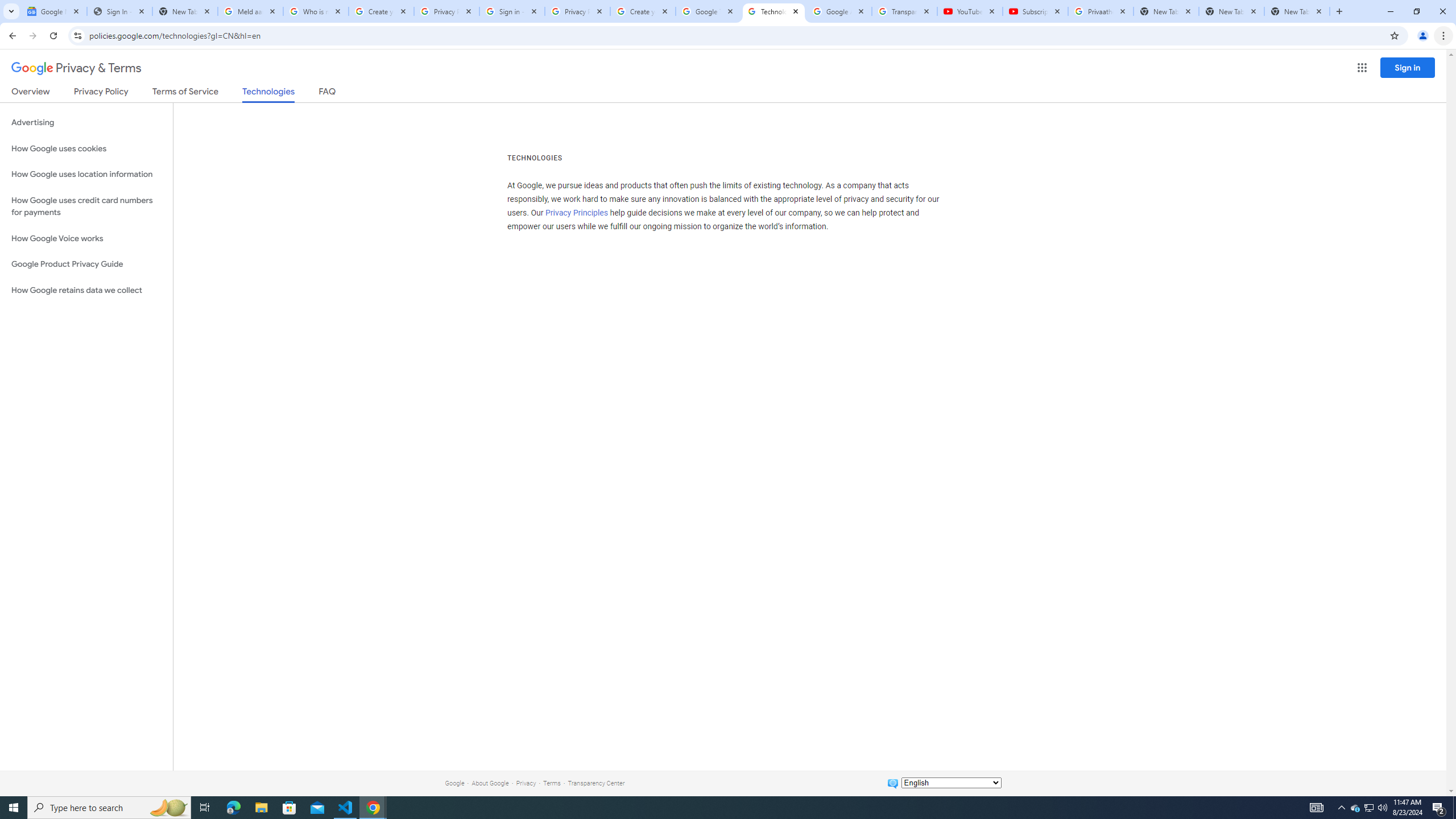 The height and width of the screenshot is (819, 1456). Describe the element at coordinates (595, 783) in the screenshot. I see `'Transparency Center'` at that location.